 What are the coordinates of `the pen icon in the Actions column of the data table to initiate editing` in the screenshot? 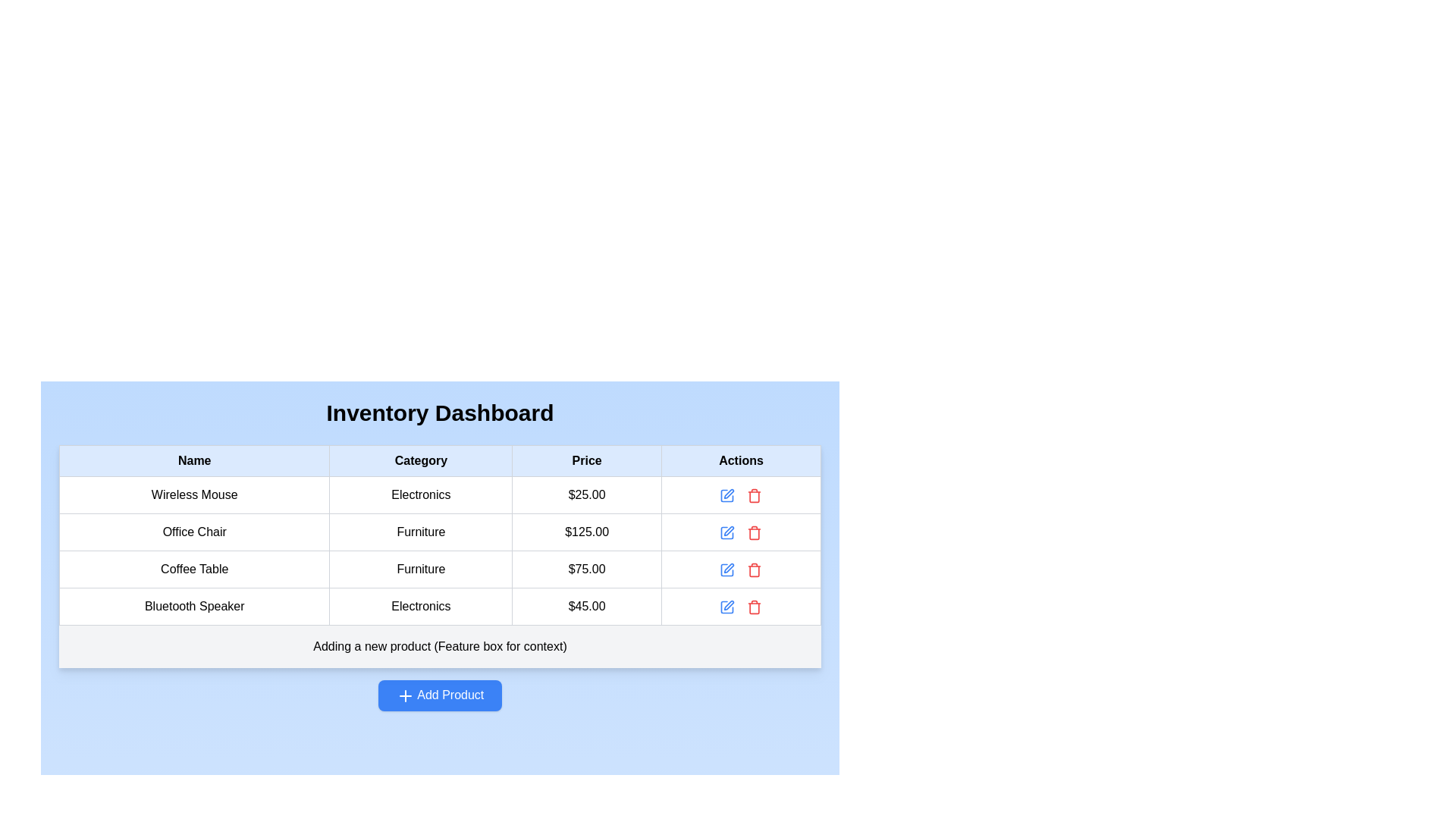 It's located at (726, 532).